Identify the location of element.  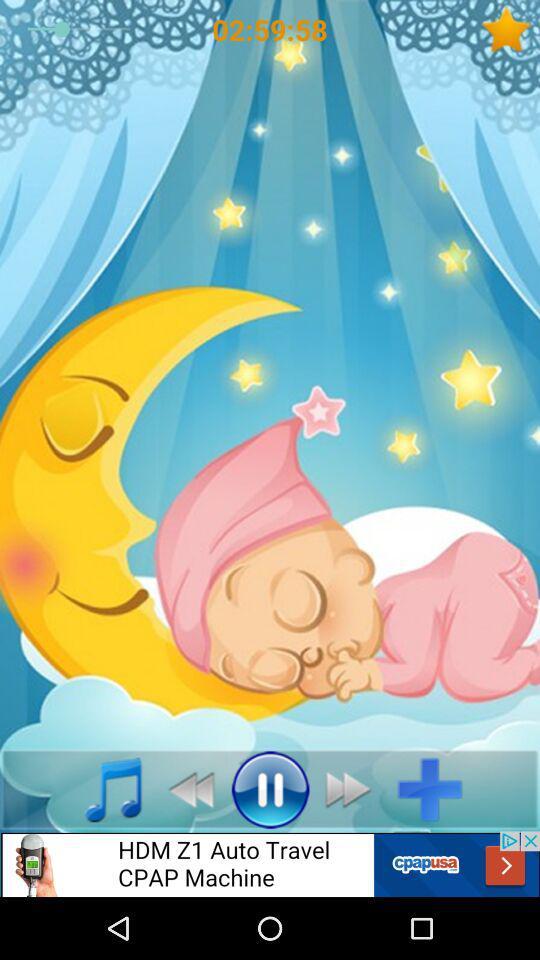
(436, 789).